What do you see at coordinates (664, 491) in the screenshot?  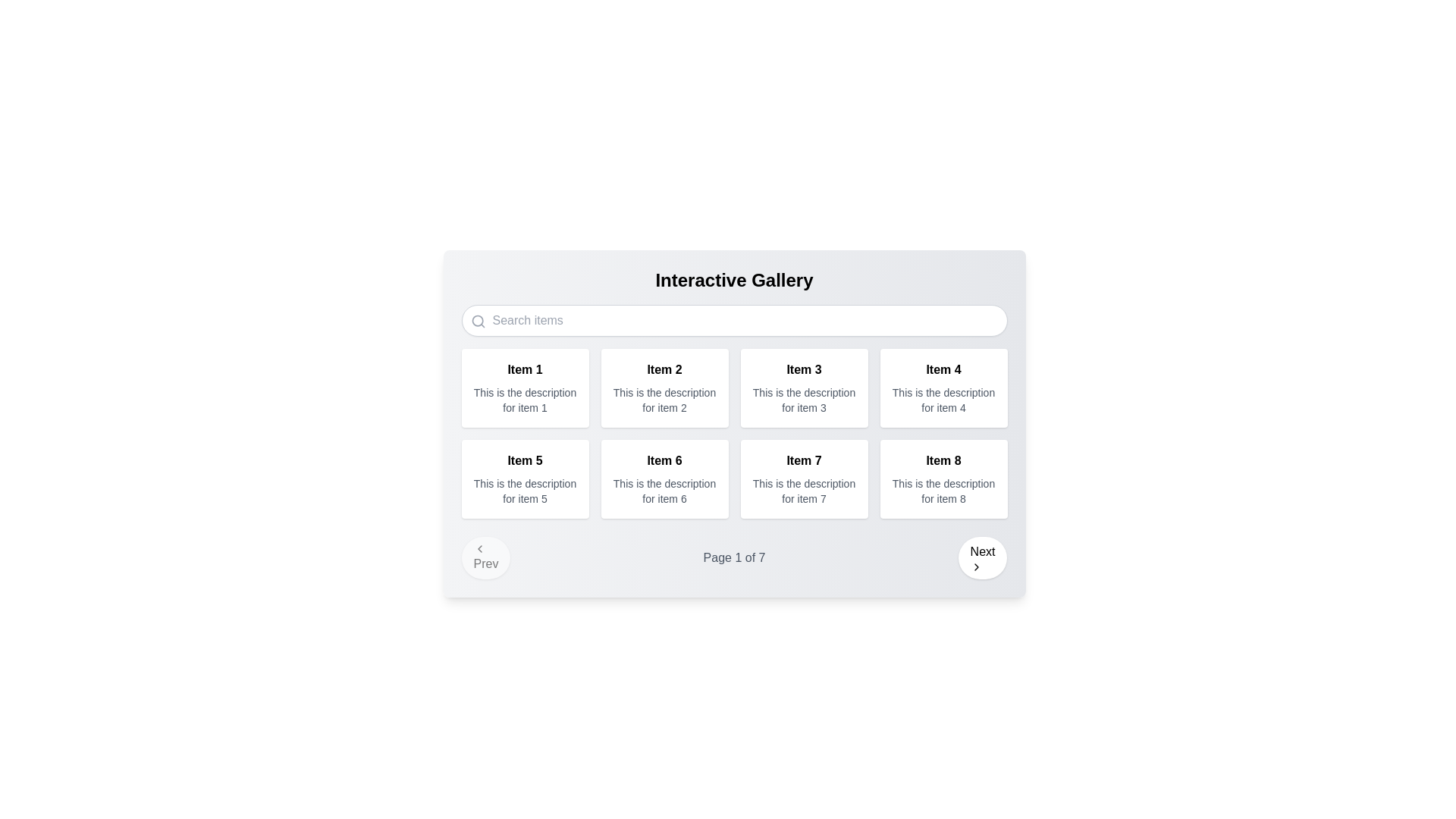 I see `the descriptive text element located below the header titled 'Item 6' in the grid layout` at bounding box center [664, 491].